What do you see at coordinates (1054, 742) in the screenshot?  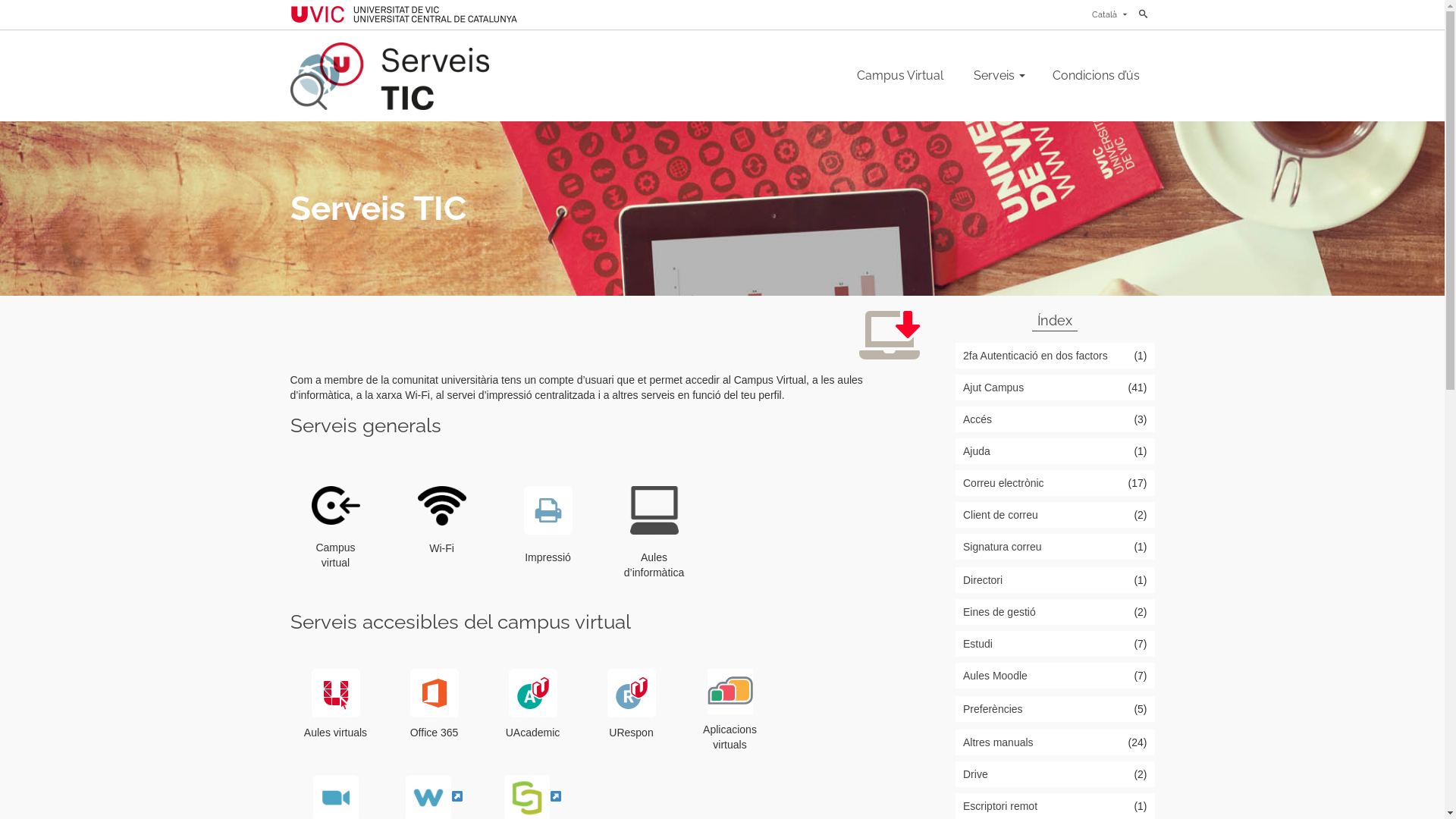 I see `'Altres manuals'` at bounding box center [1054, 742].